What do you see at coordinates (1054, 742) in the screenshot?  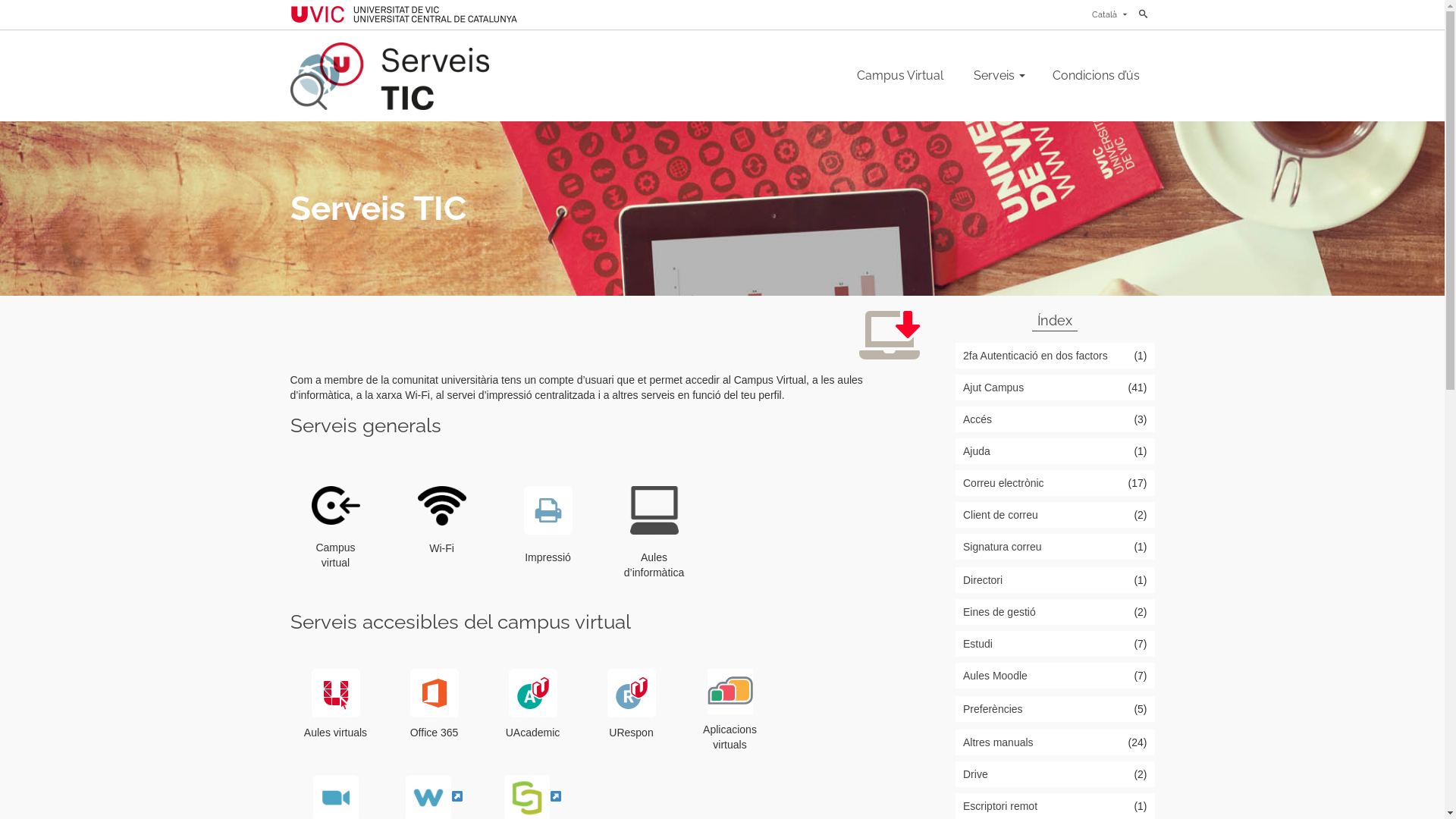 I see `'Altres manuals'` at bounding box center [1054, 742].